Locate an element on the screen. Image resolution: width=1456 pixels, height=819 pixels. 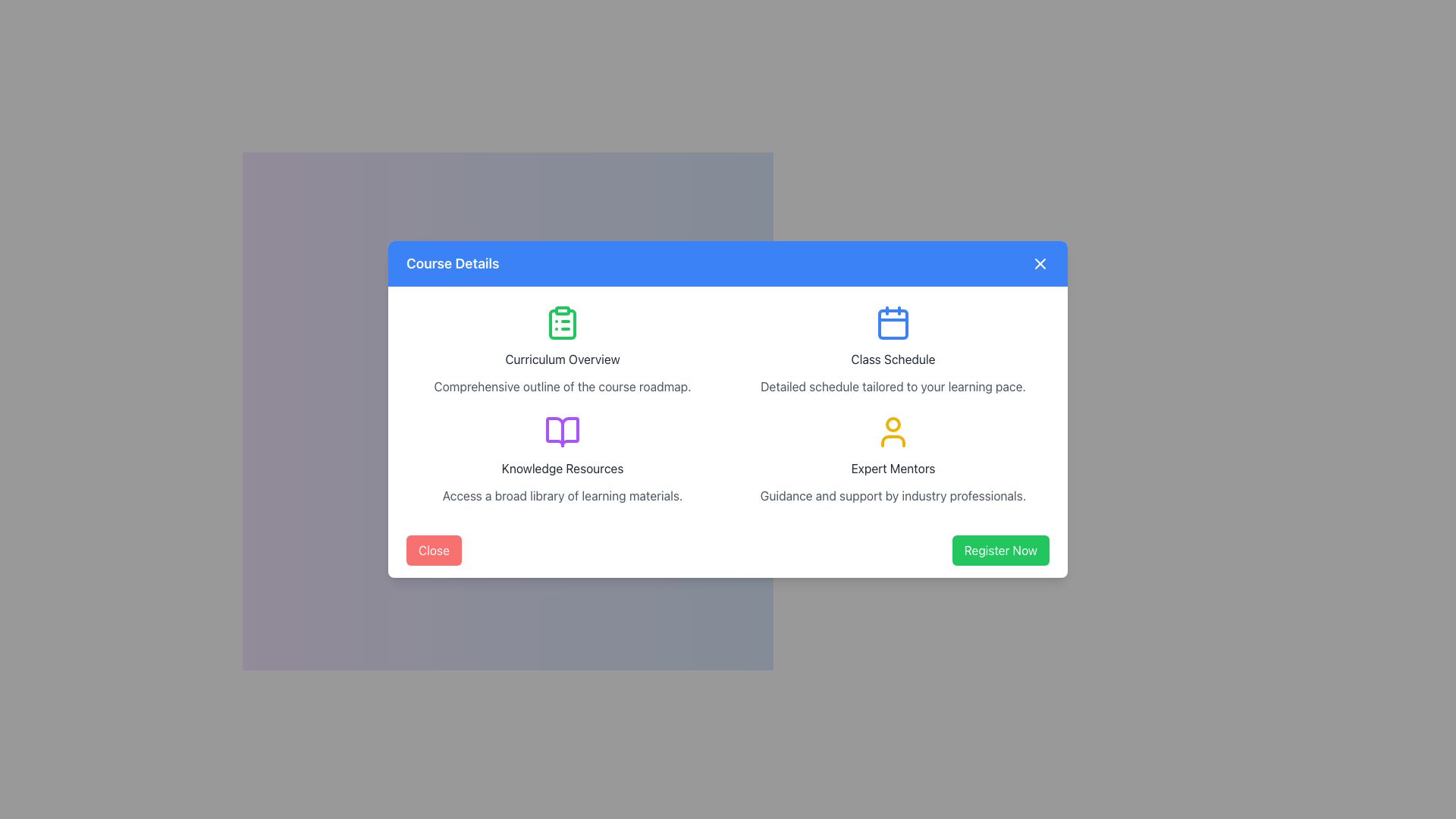
the 'Class Schedule' icon located in the upper-right section of the 'Course Details' modal, which is the first item in the second column of a 2x2 grid is located at coordinates (893, 322).